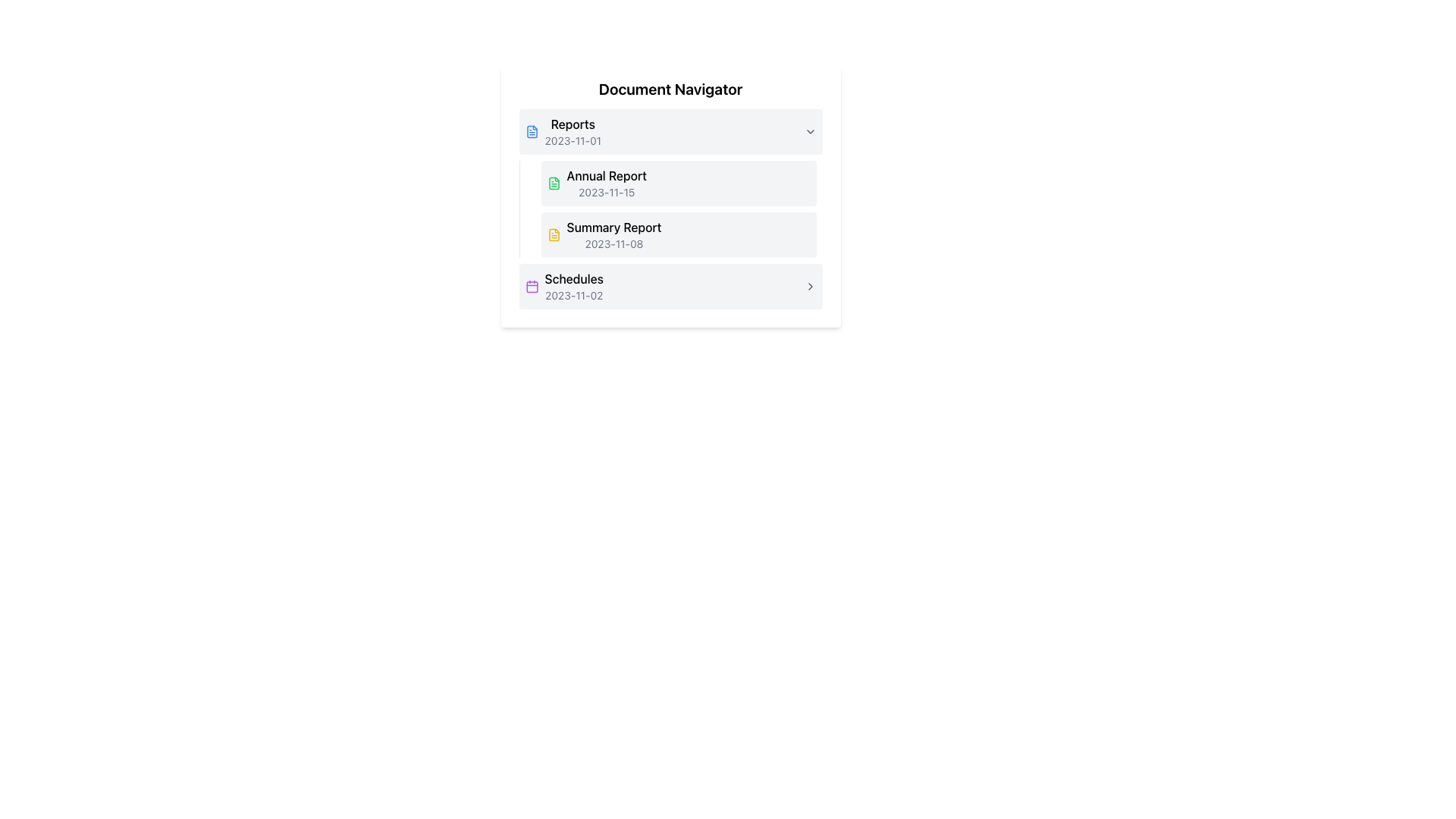  I want to click on the Text Label that serves as a link to a summary report, positioned between 'Annual Report' and 'Schedules' in the 'Reports' section, so click(613, 227).